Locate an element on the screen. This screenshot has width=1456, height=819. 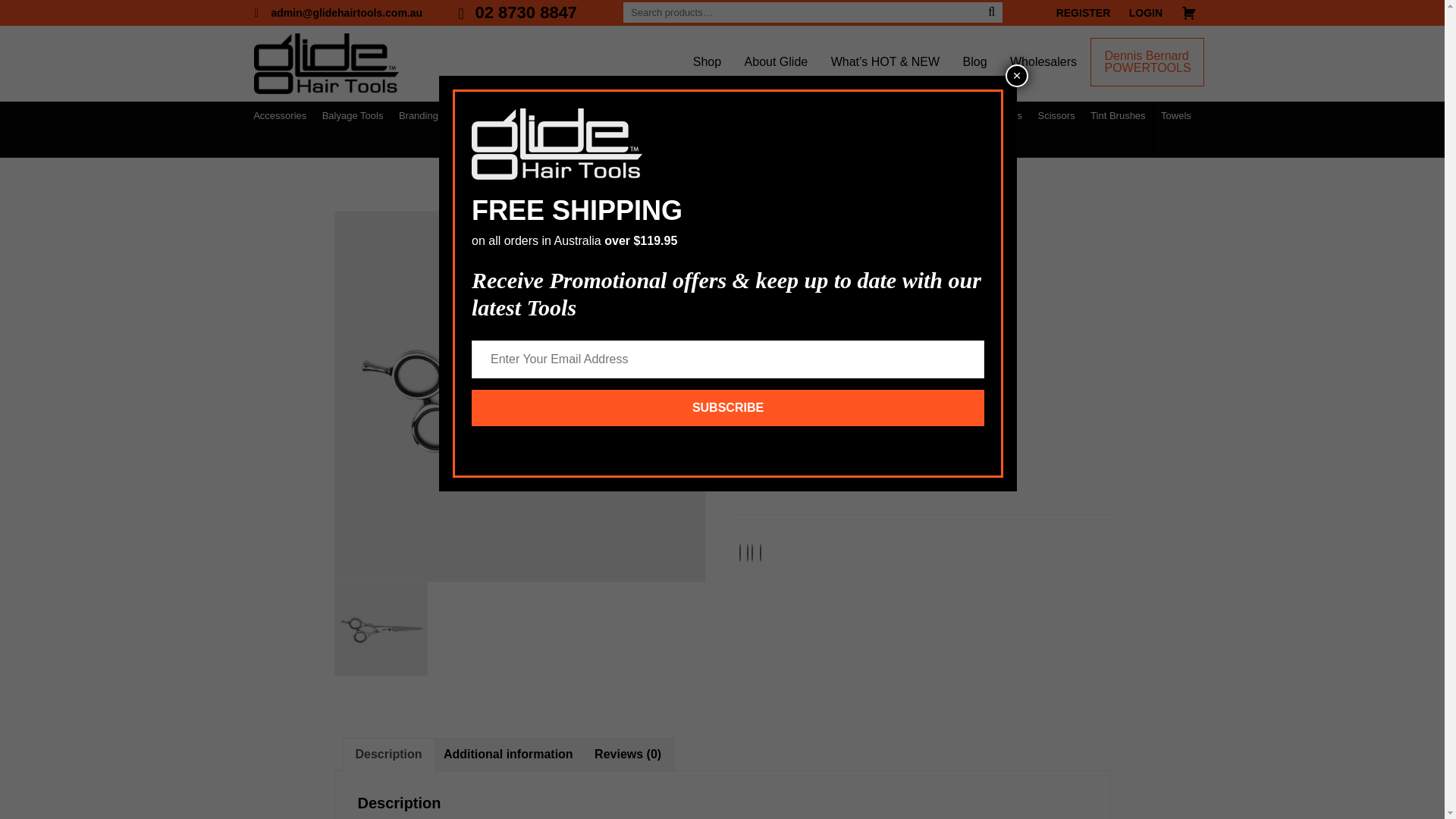
'Dennis Bernard POWERTOOLS' is located at coordinates (1147, 61).